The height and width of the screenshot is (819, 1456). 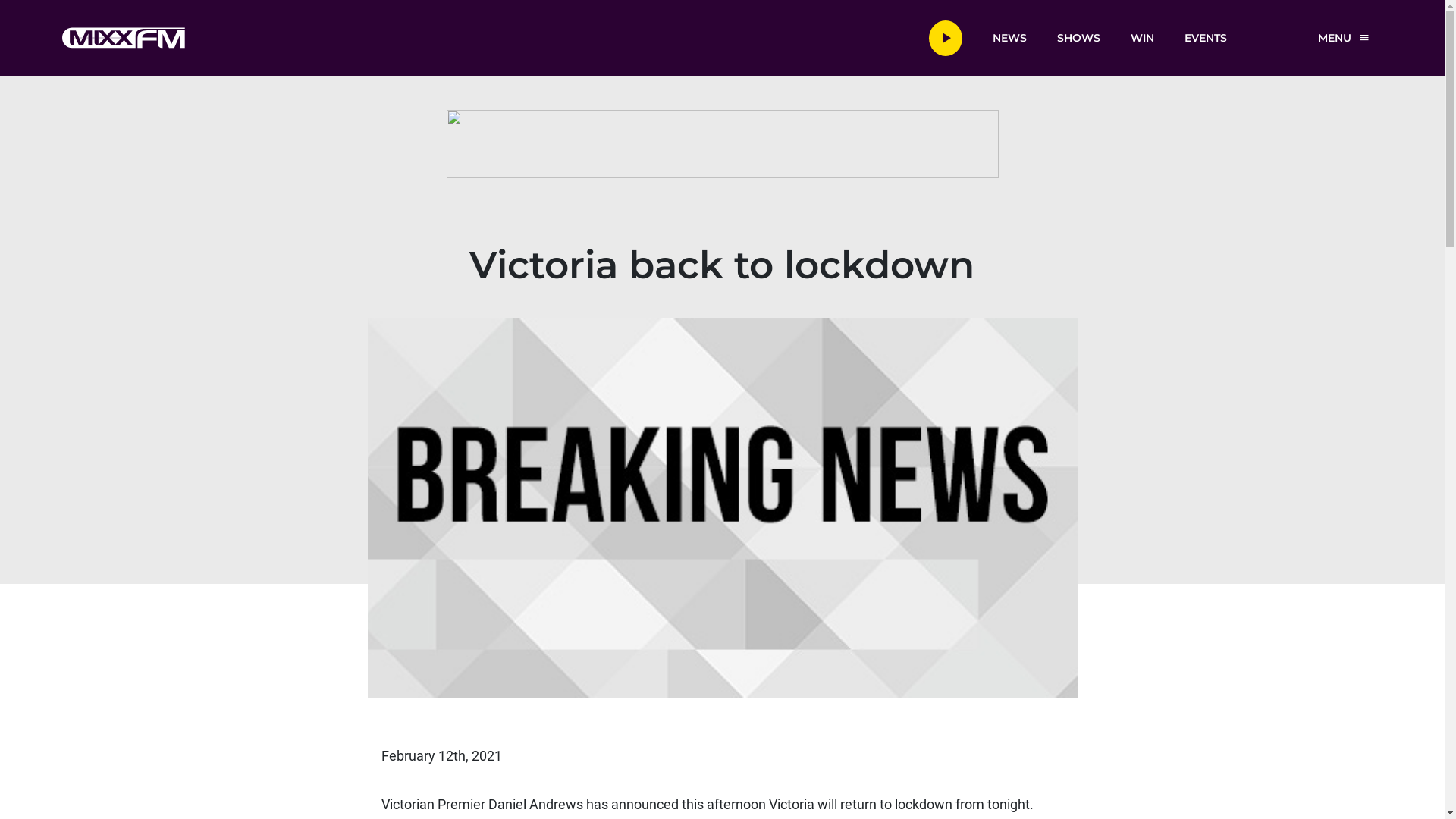 I want to click on 'NEWS', so click(x=1009, y=36).